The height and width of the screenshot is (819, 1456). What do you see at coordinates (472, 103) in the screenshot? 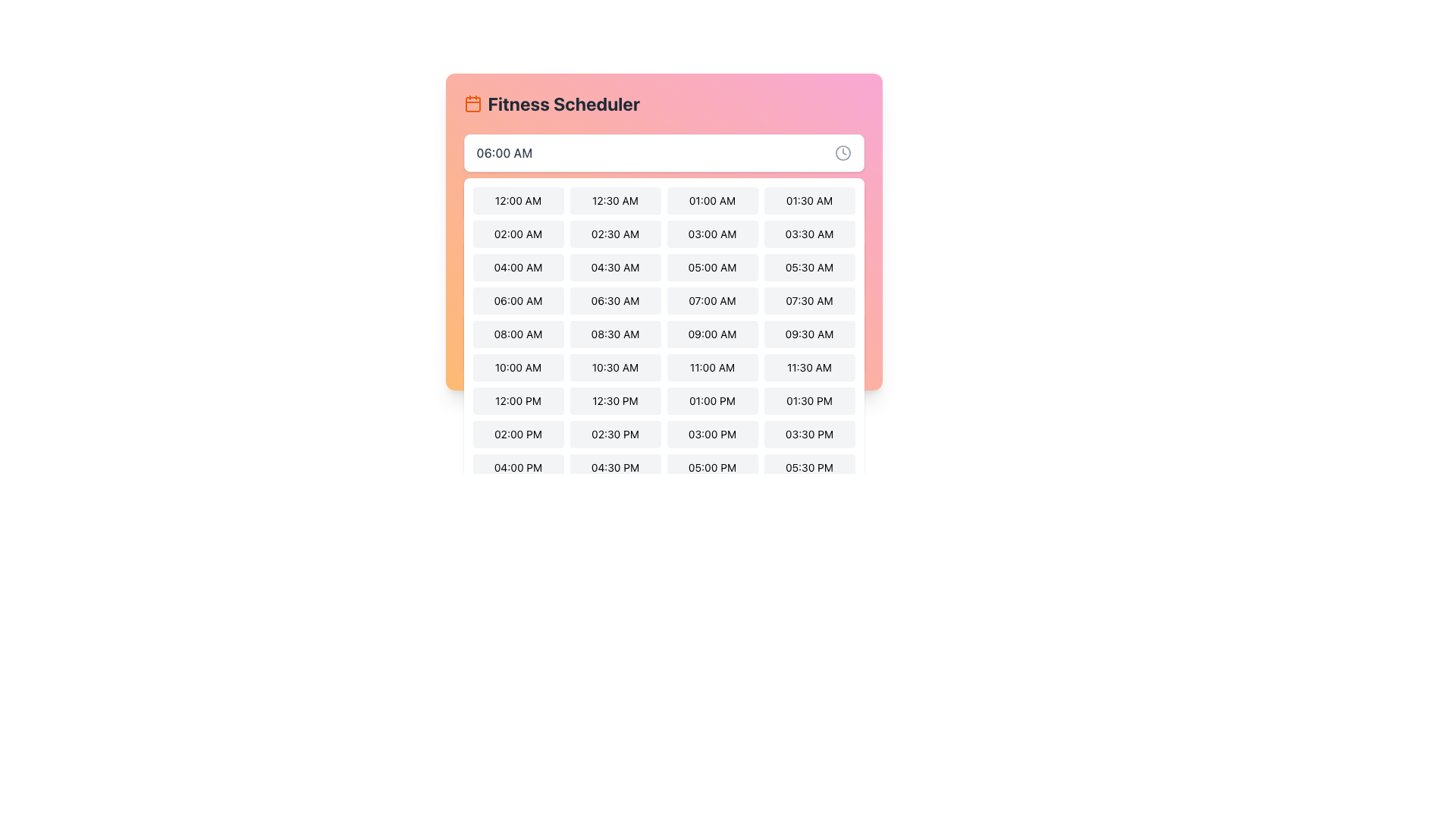
I see `the small calendar-shaped icon filled with solid orange color located to the left of the 'Fitness Scheduler' text in the header` at bounding box center [472, 103].